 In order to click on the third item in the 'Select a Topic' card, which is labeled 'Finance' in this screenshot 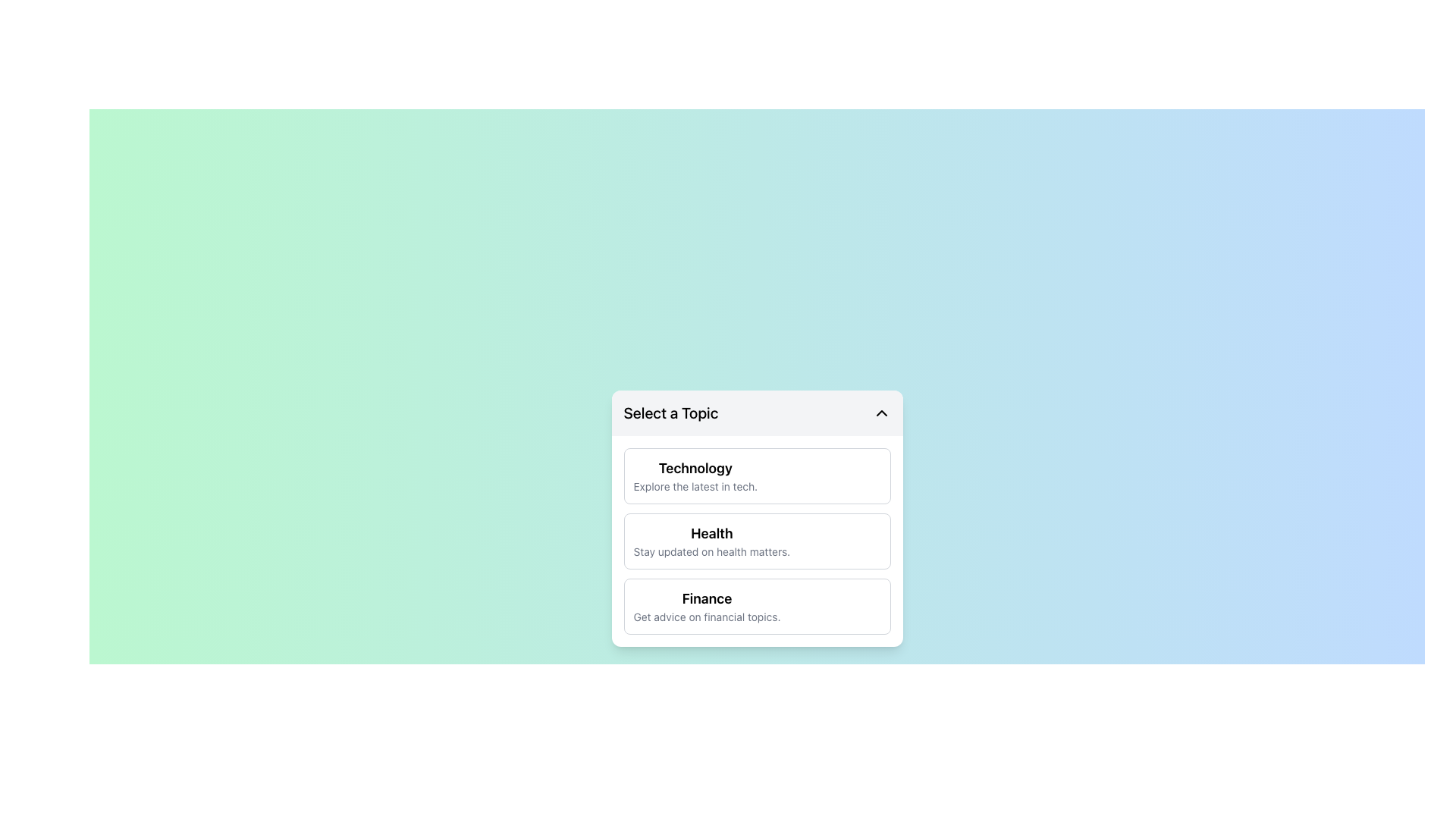, I will do `click(706, 605)`.